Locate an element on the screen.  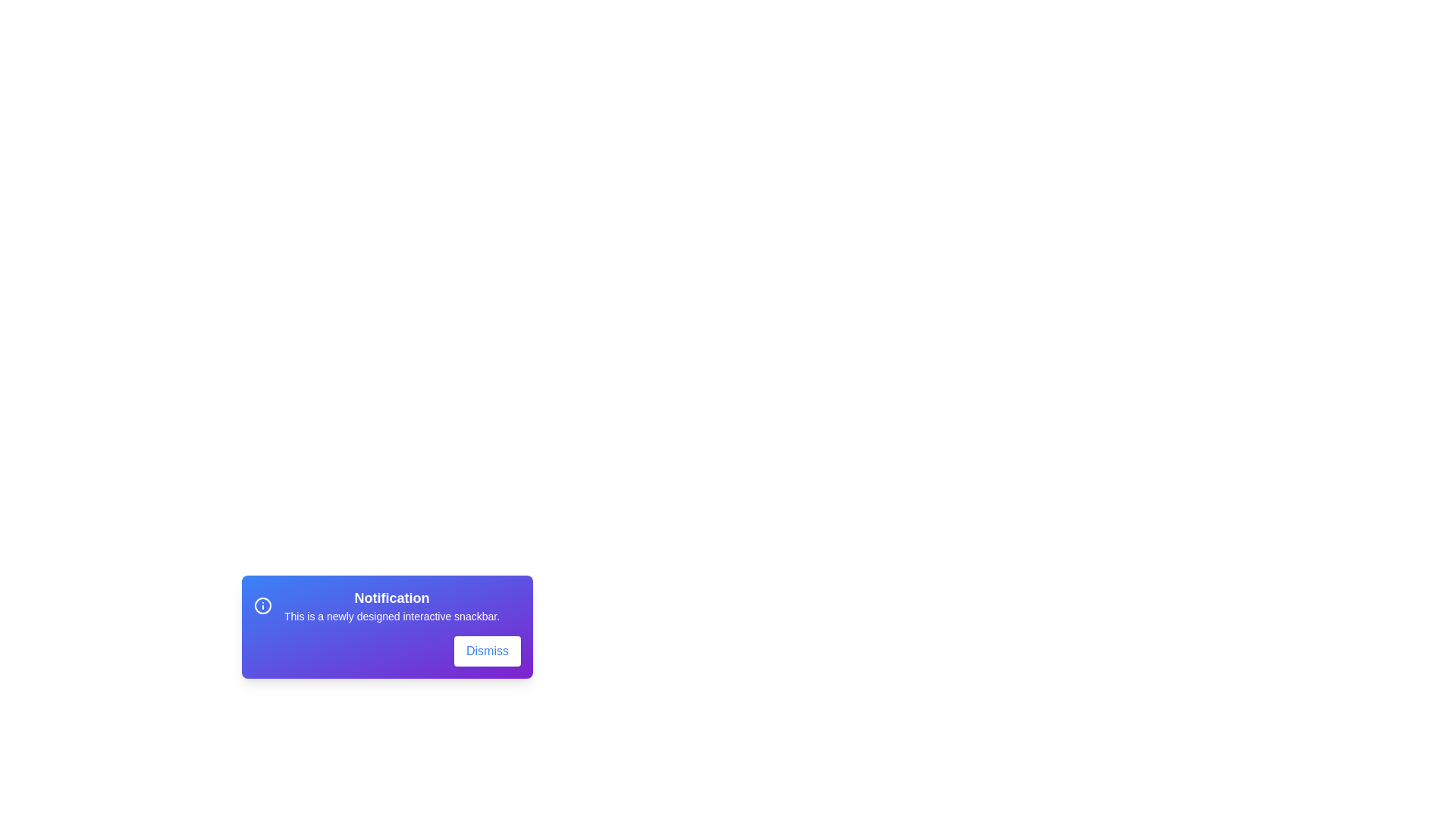
text content of the notification message displayed in the text block located near the top section of the snackbar, which is horizontally centered and positioned above the 'Dismiss' button is located at coordinates (387, 604).